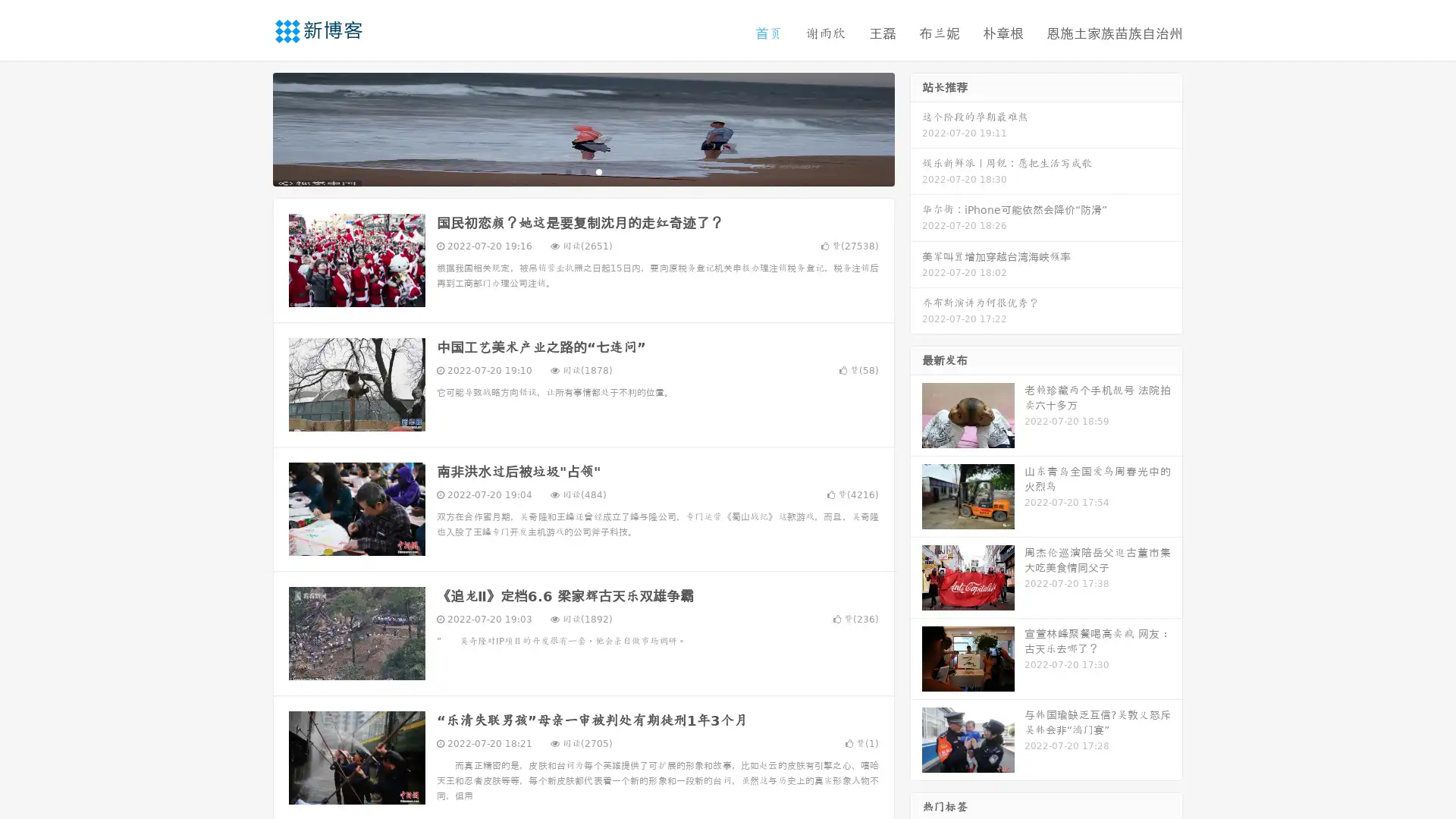 This screenshot has height=819, width=1456. What do you see at coordinates (598, 171) in the screenshot?
I see `Go to slide 3` at bounding box center [598, 171].